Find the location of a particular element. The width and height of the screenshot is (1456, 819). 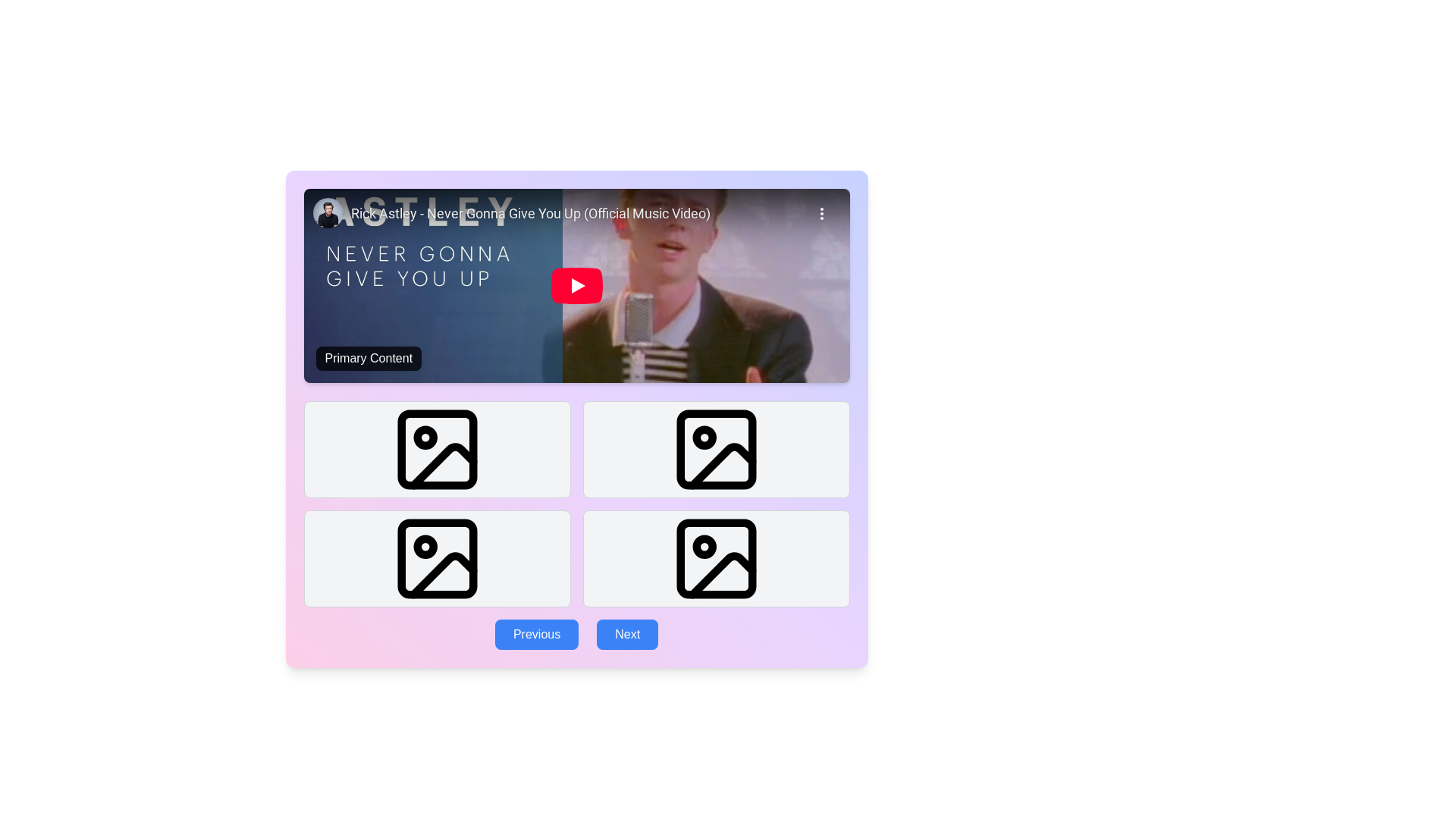

the exploration button located at the bottom of the card in the third row of the second column of a 2x3 grid layout is located at coordinates (436, 558).